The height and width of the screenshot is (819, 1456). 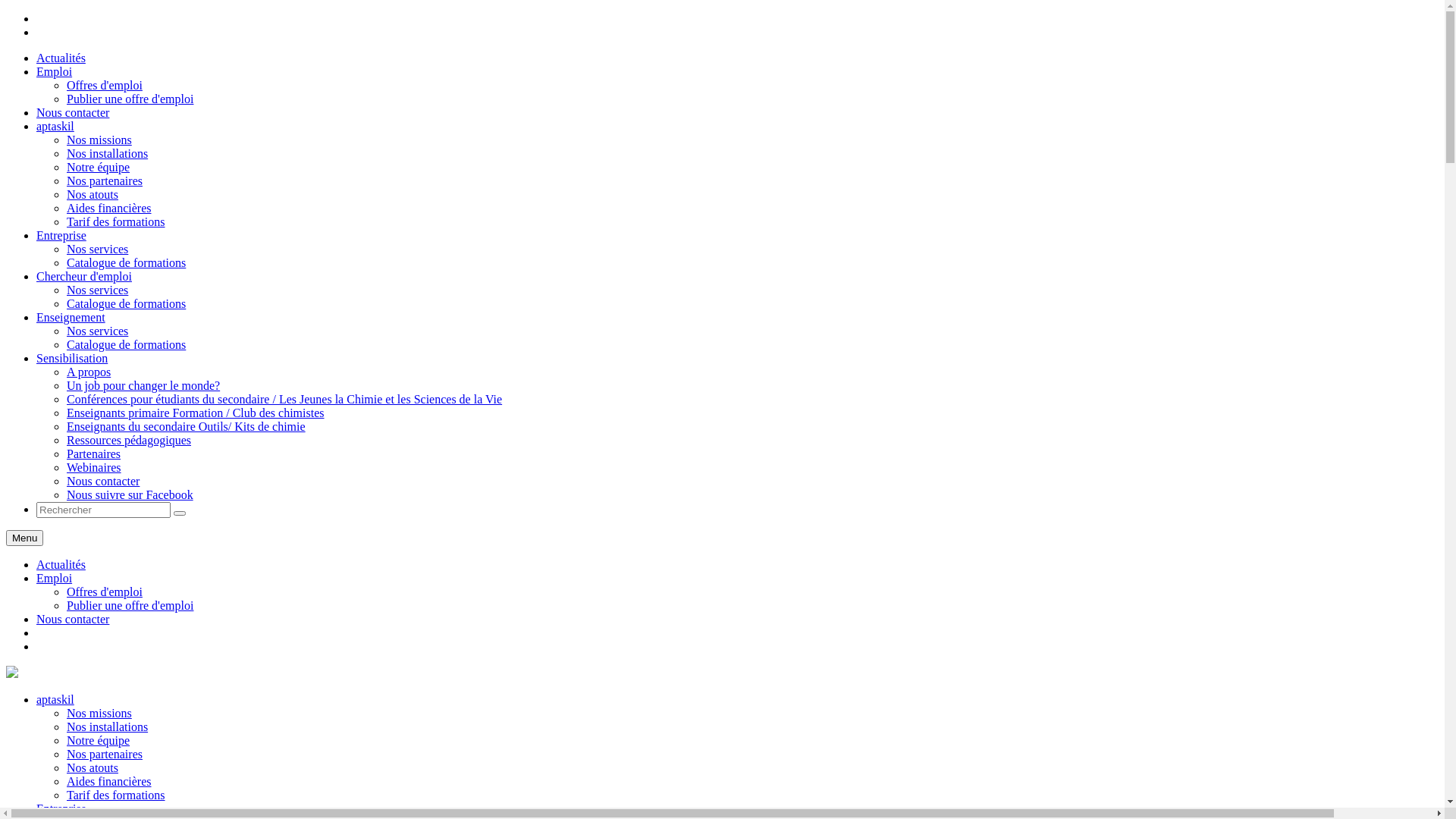 What do you see at coordinates (55, 125) in the screenshot?
I see `'aptaskil'` at bounding box center [55, 125].